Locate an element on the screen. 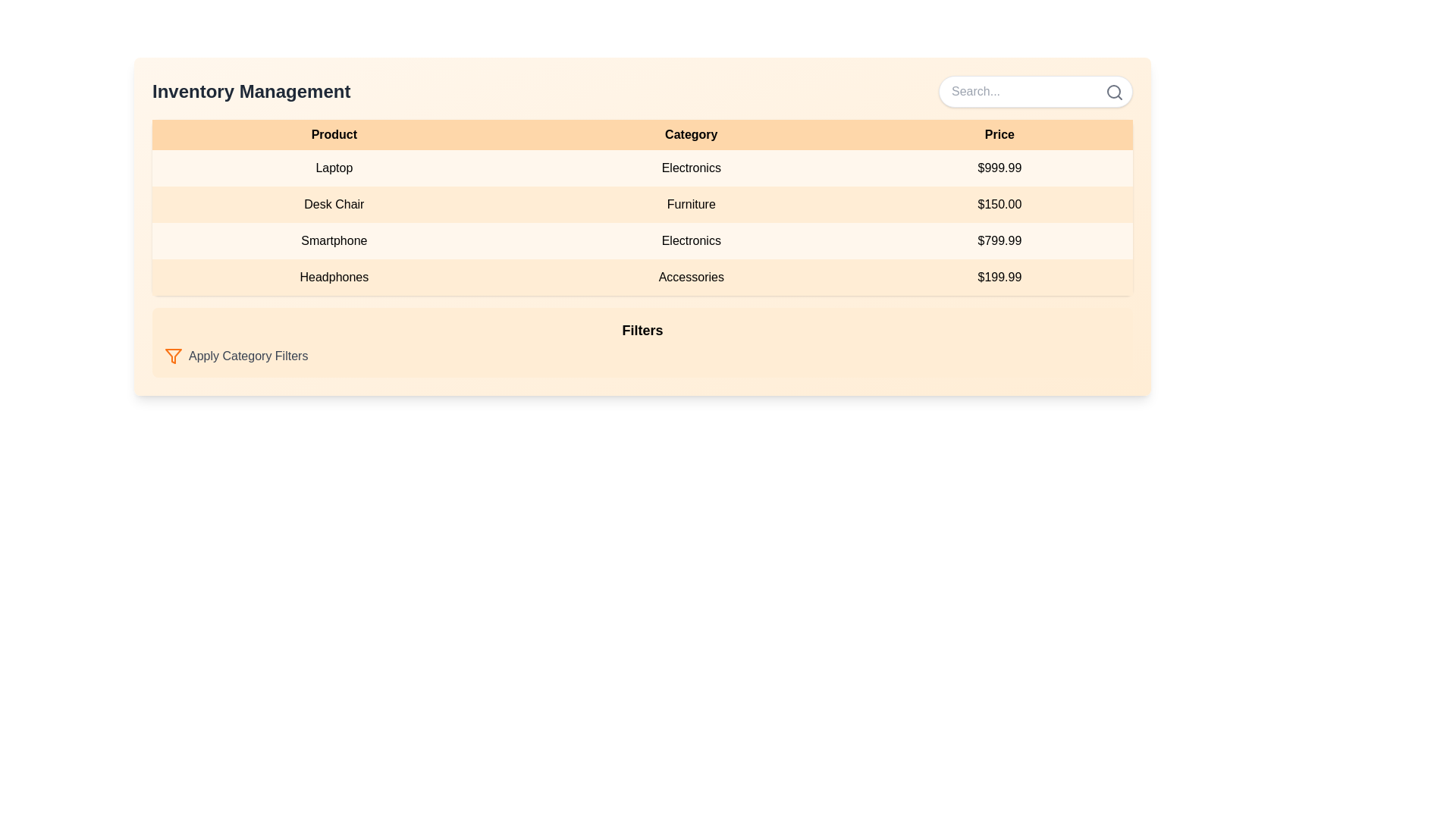 The width and height of the screenshot is (1456, 819). the 'Price' text label in the table header is located at coordinates (999, 133).